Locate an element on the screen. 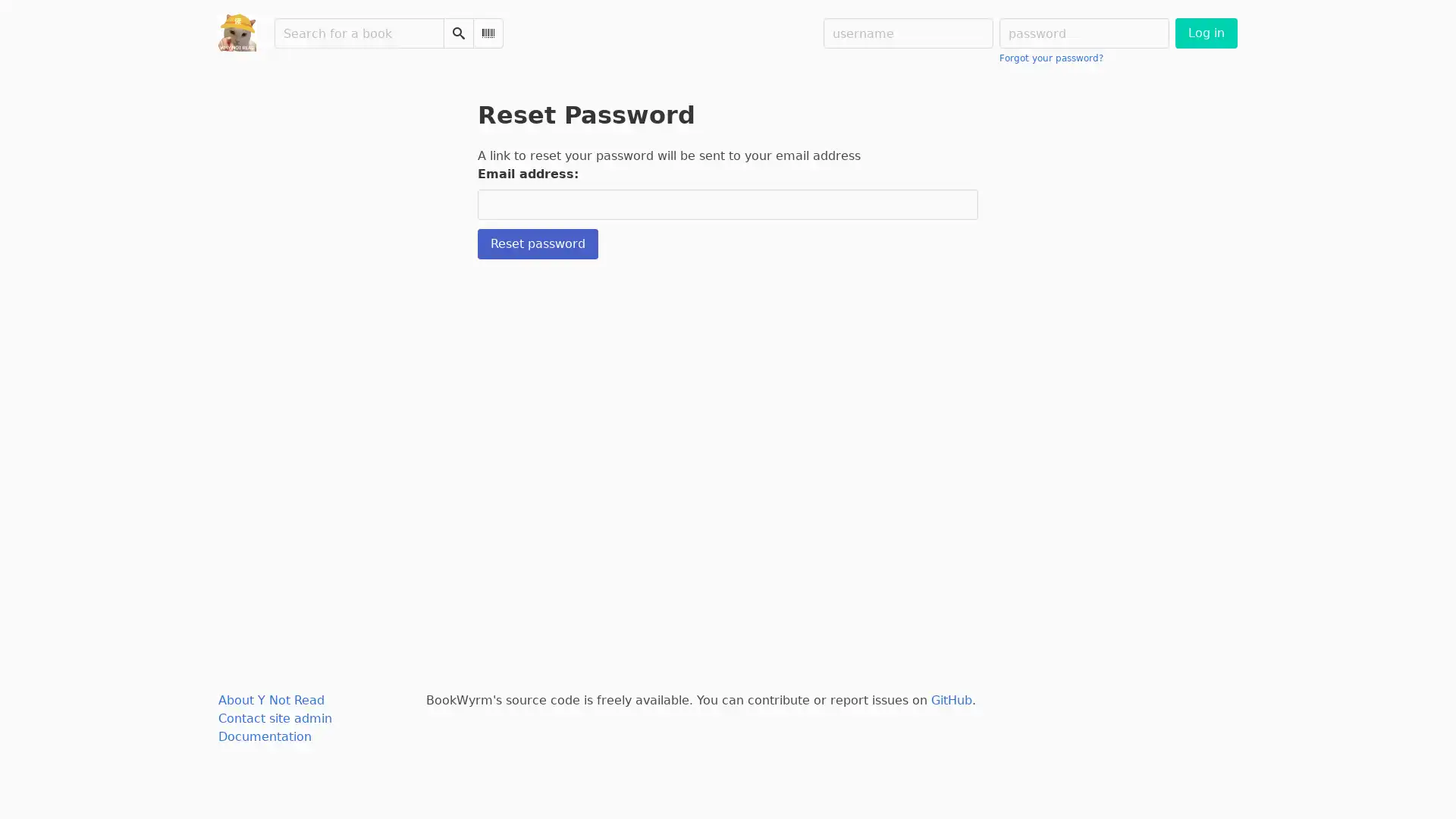 The image size is (1456, 819). Log in is located at coordinates (1205, 33).